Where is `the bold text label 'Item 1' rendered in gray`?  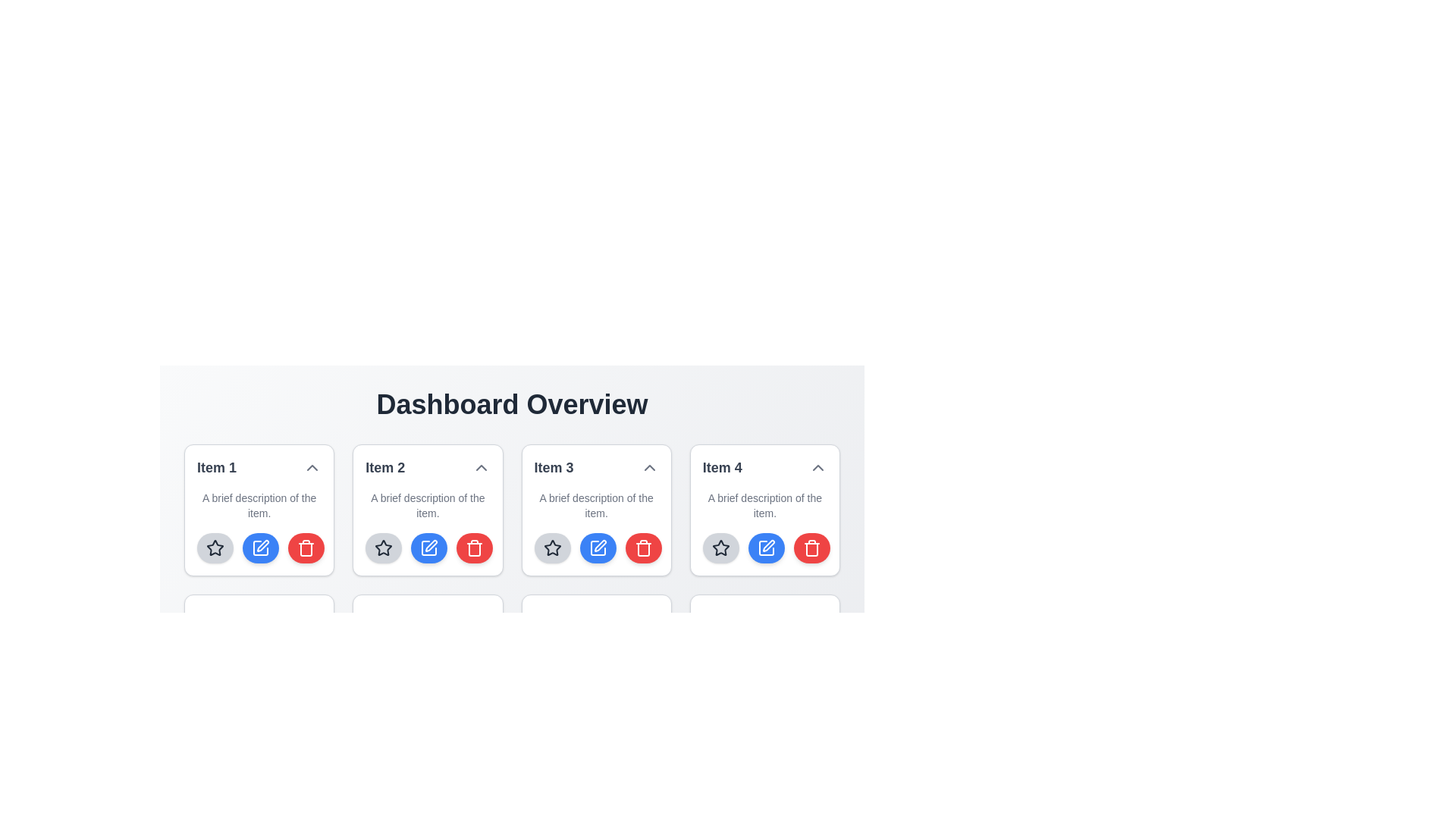 the bold text label 'Item 1' rendered in gray is located at coordinates (216, 467).